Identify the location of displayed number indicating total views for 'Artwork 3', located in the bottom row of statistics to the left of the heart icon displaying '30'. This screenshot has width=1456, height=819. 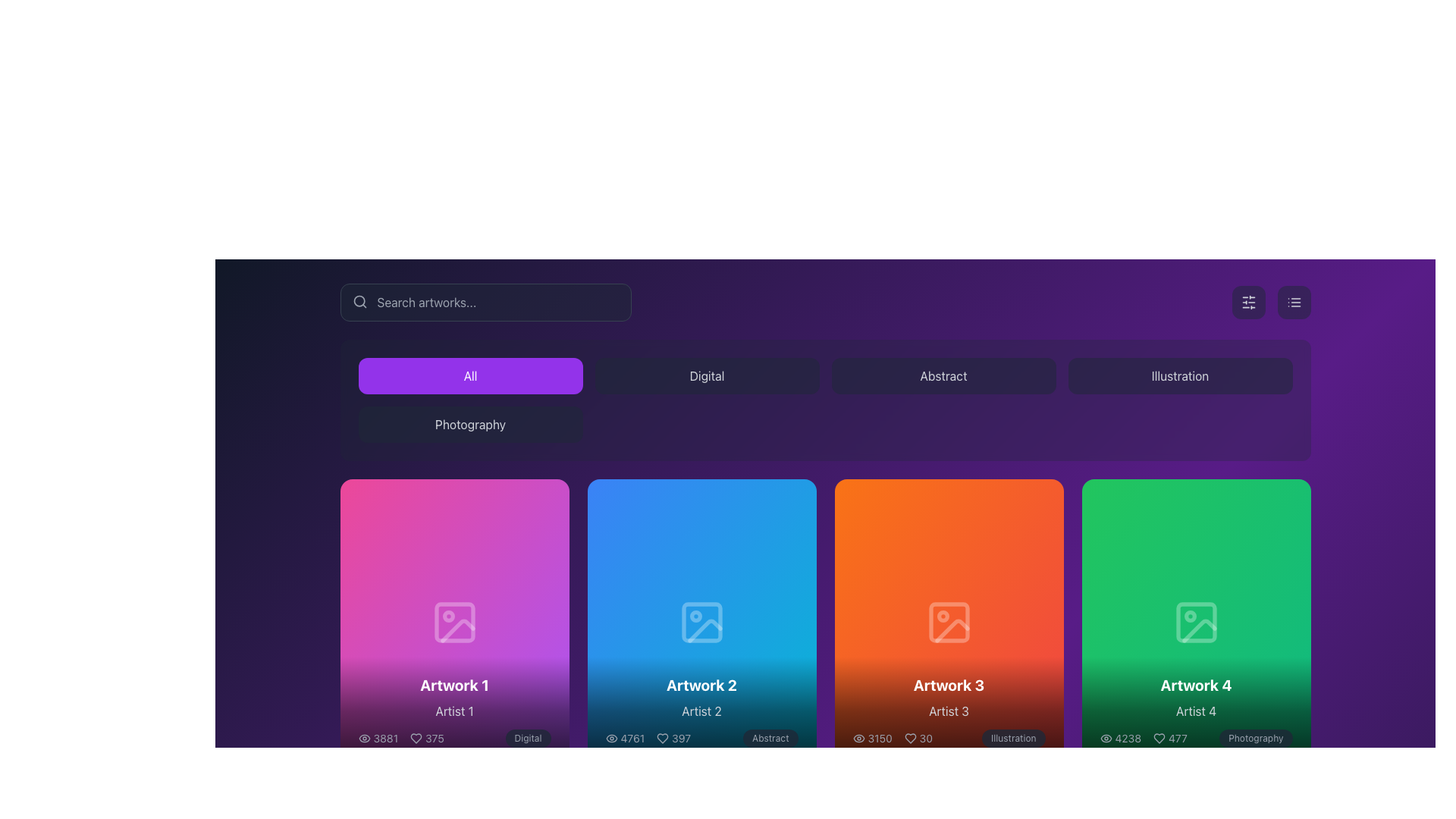
(872, 737).